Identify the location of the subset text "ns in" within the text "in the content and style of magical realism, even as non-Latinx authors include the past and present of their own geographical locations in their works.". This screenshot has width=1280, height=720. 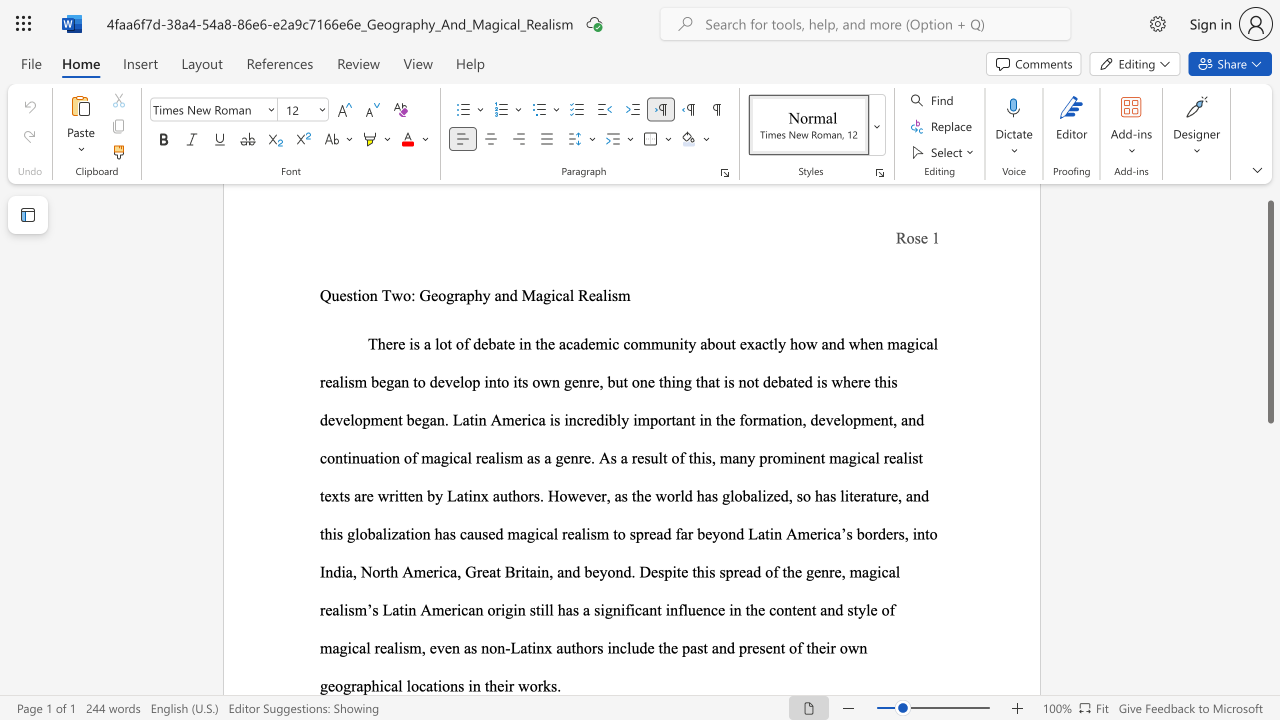
(449, 685).